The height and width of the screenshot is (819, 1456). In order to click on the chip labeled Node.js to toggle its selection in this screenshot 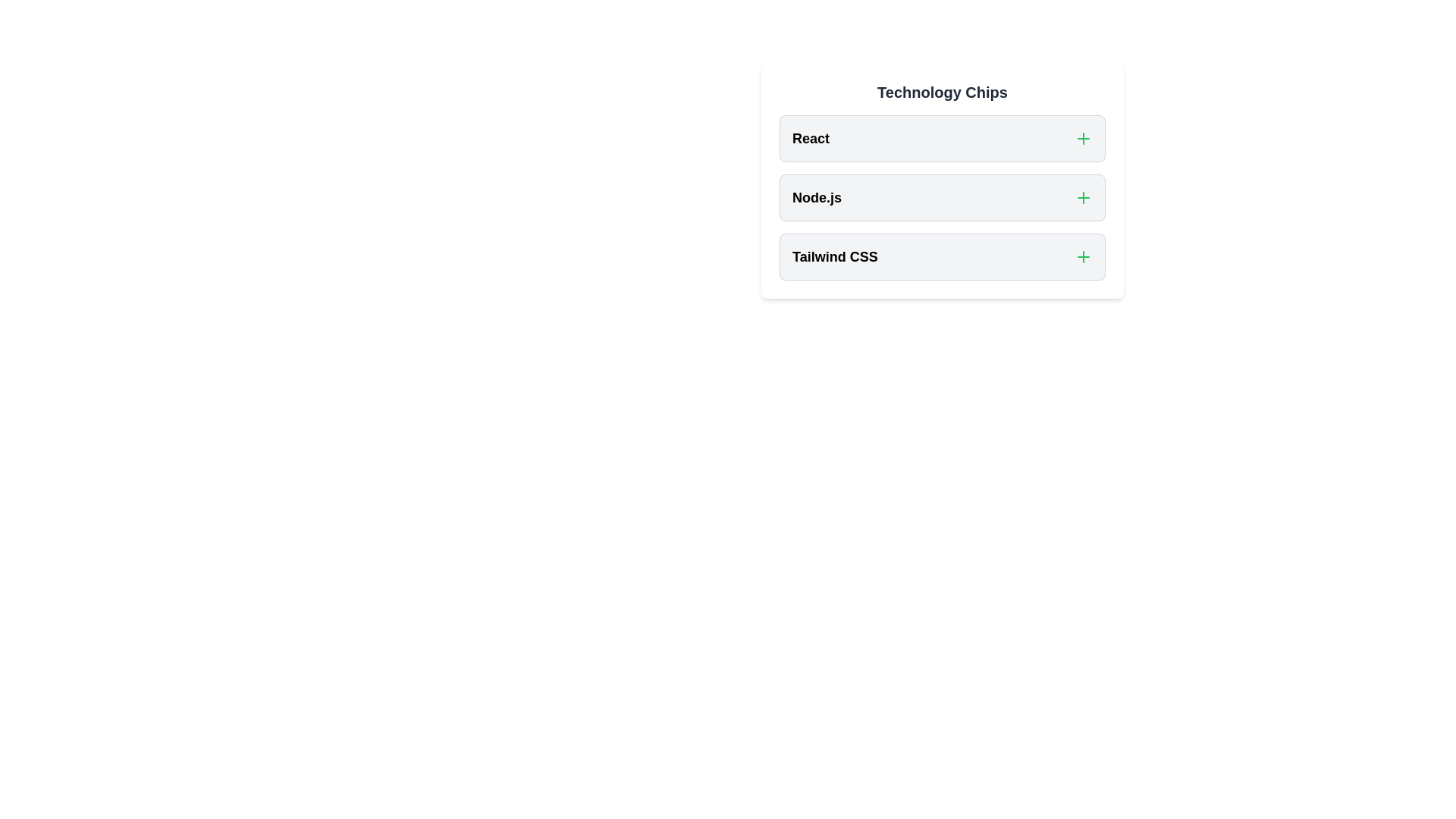, I will do `click(942, 197)`.